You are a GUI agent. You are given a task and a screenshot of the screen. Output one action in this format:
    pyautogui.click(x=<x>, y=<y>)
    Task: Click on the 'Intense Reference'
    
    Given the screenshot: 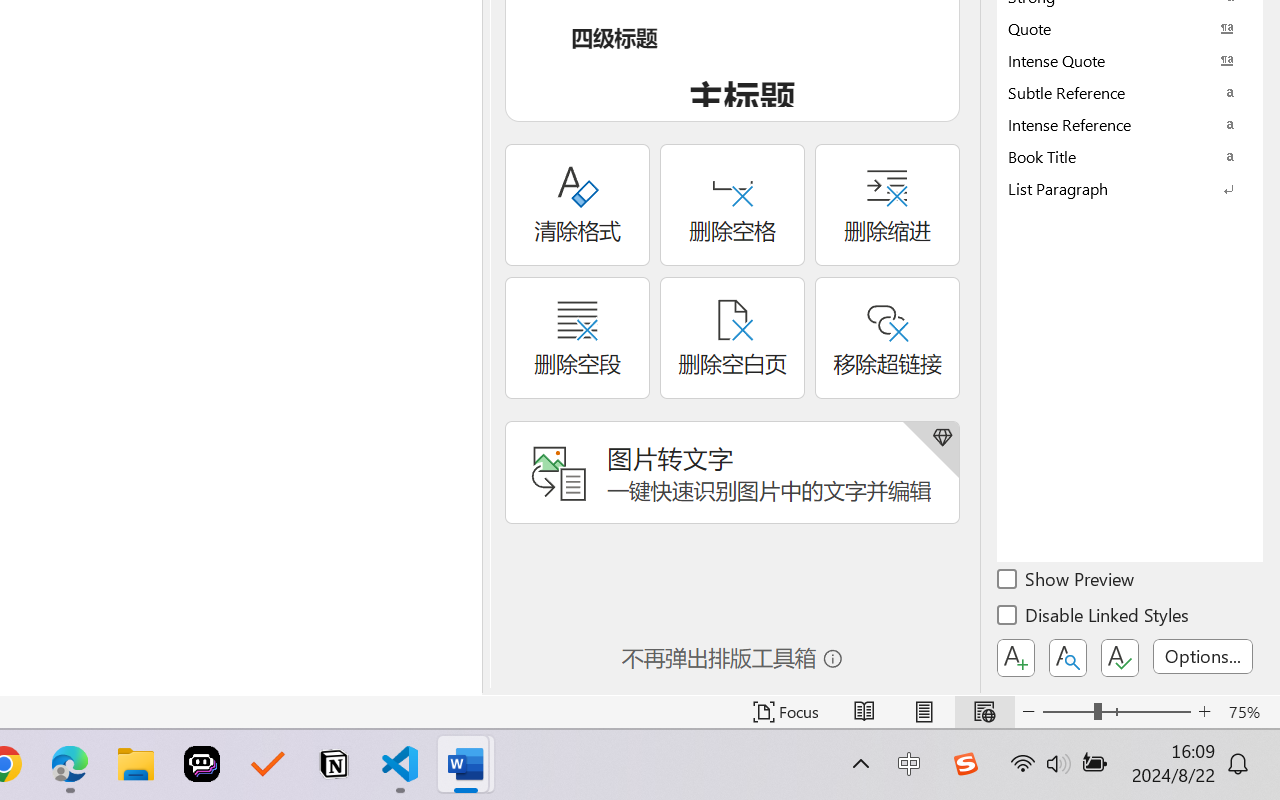 What is the action you would take?
    pyautogui.click(x=1130, y=123)
    